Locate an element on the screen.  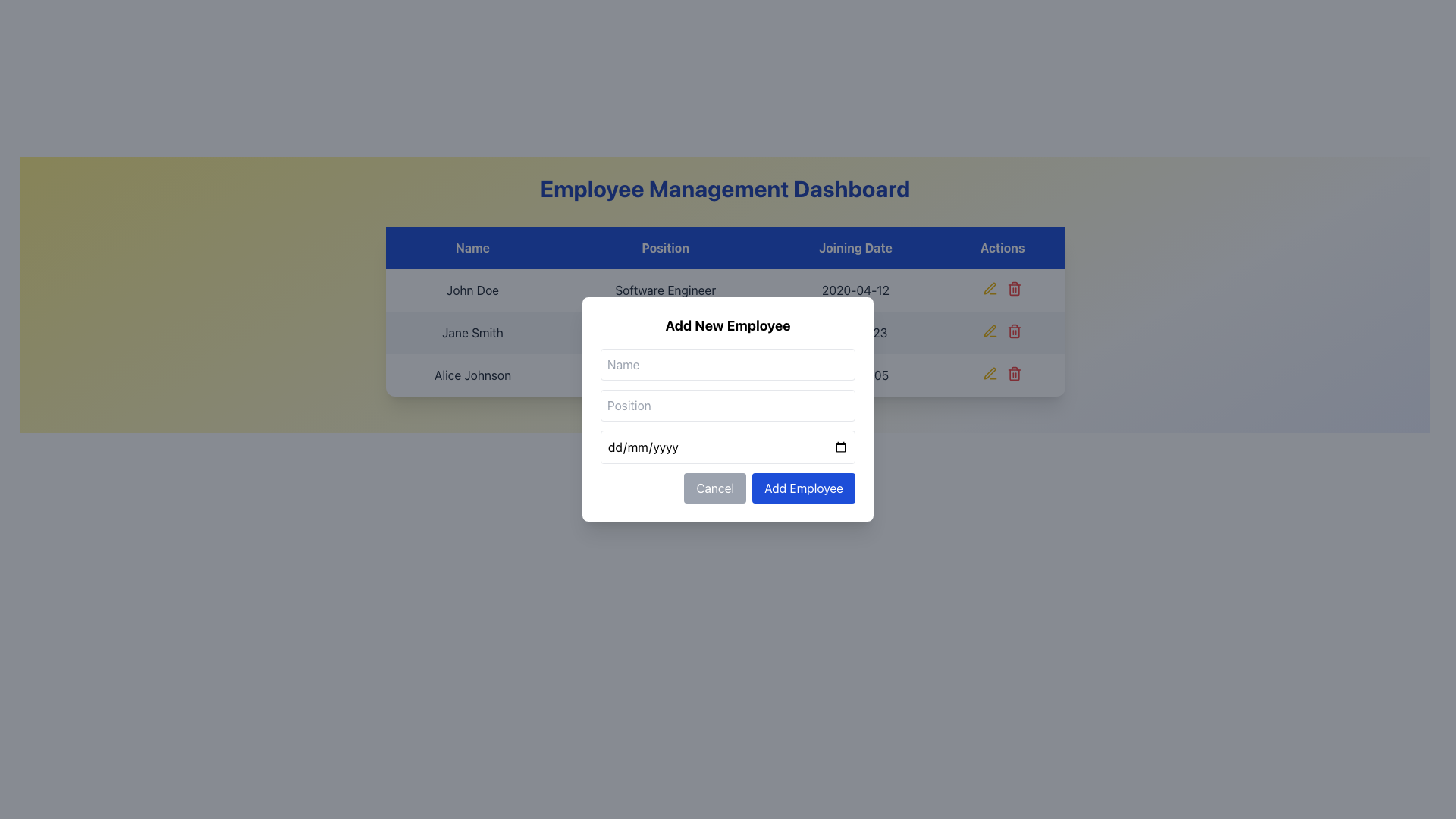
the edit button in the Actions column of the second row corresponding to 'Jane Smith' is located at coordinates (990, 330).